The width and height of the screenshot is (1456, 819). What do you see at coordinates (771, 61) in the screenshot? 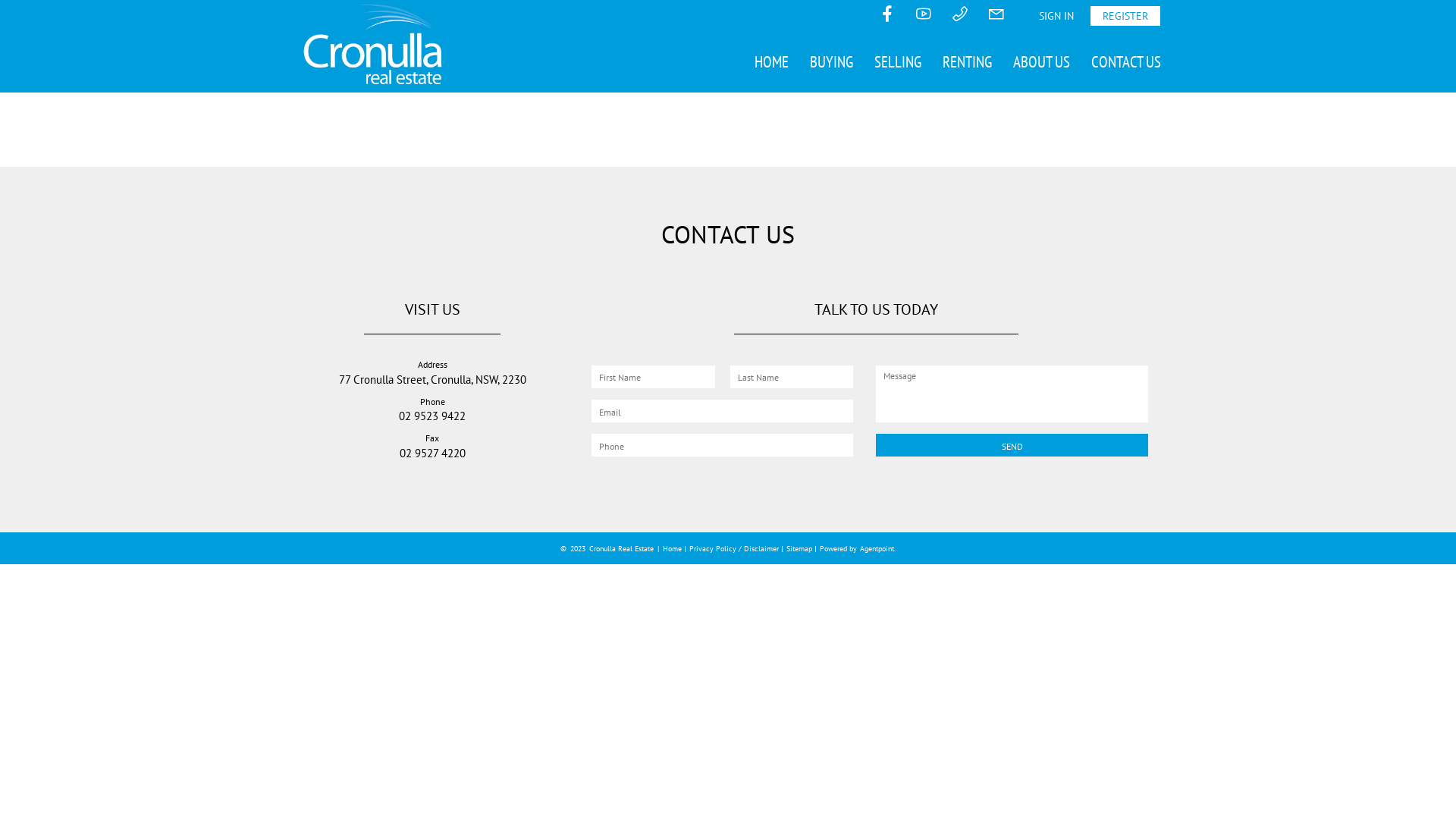
I see `'HOME'` at bounding box center [771, 61].